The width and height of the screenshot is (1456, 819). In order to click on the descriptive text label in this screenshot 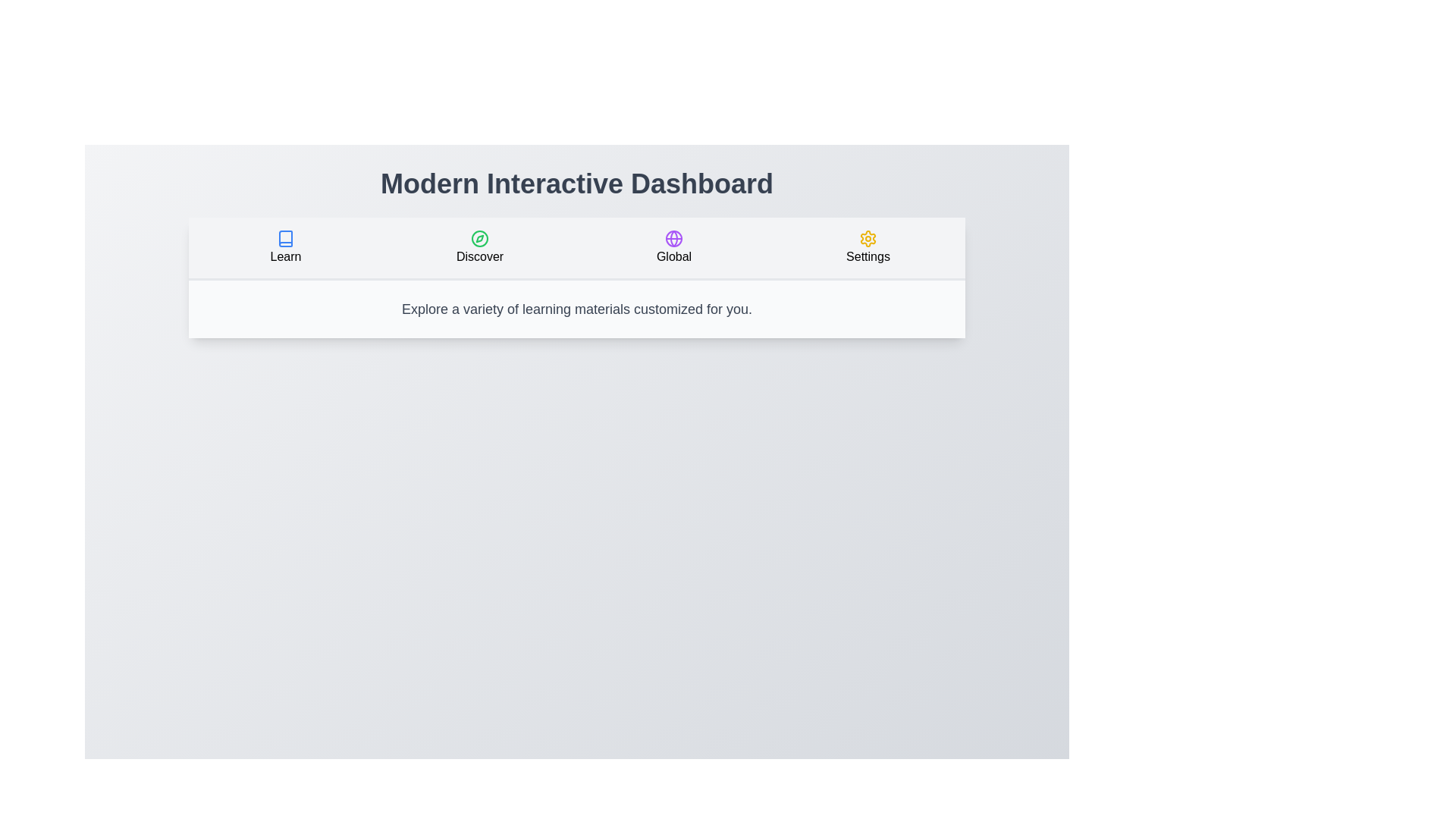, I will do `click(285, 256)`.